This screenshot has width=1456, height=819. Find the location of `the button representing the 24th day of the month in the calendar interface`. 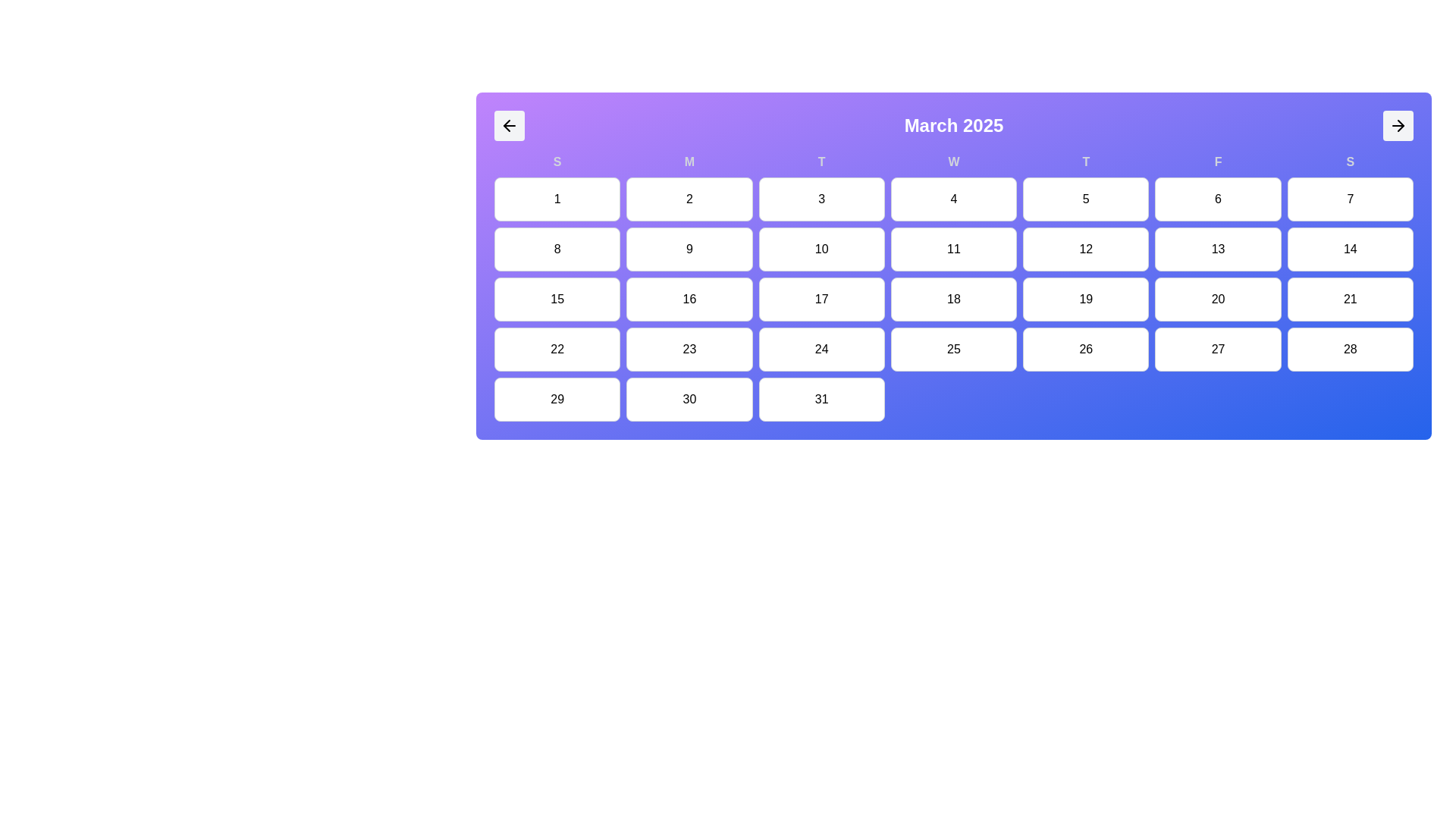

the button representing the 24th day of the month in the calendar interface is located at coordinates (821, 350).